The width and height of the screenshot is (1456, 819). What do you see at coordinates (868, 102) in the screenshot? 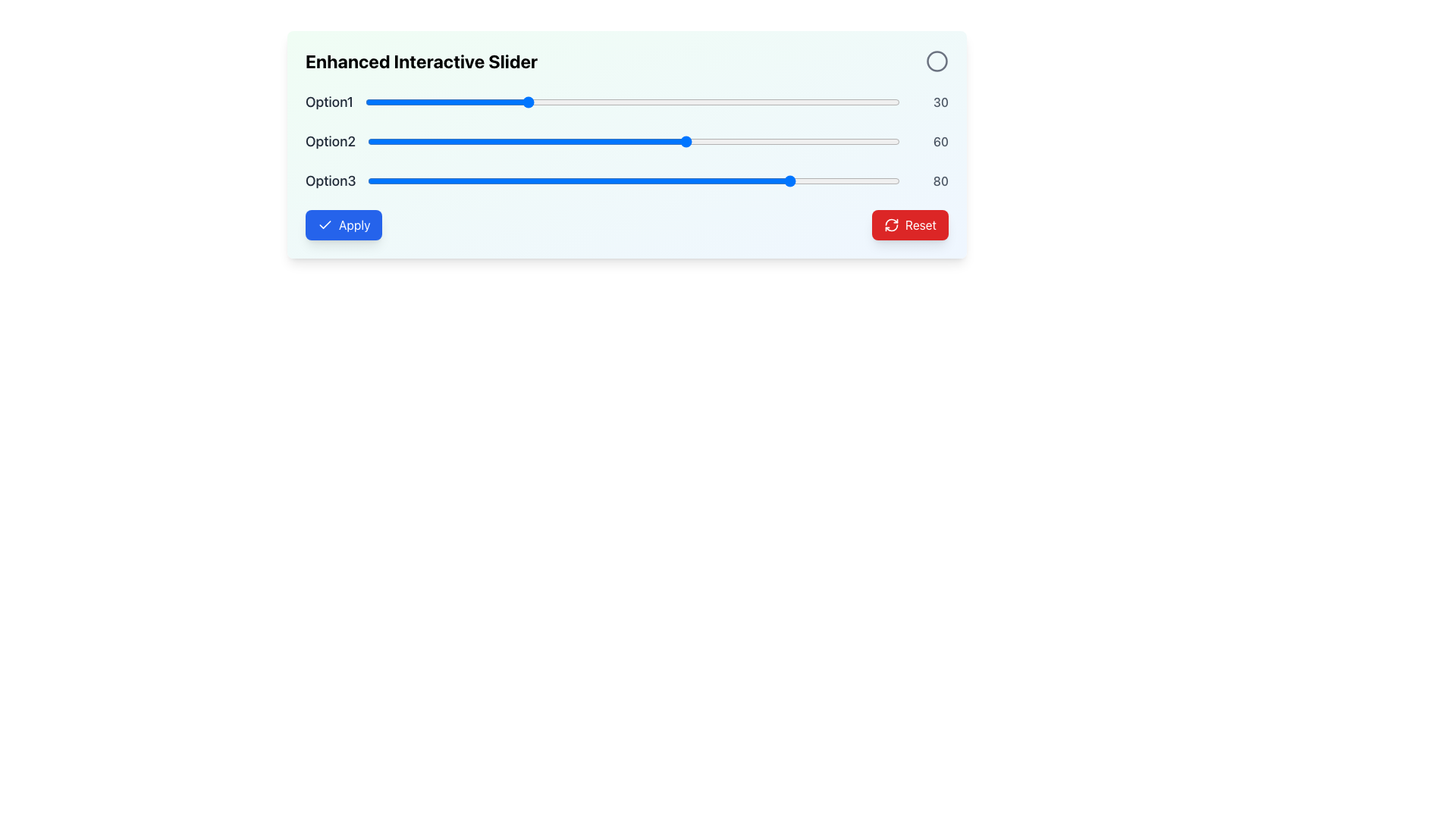
I see `the value of the slider` at bounding box center [868, 102].